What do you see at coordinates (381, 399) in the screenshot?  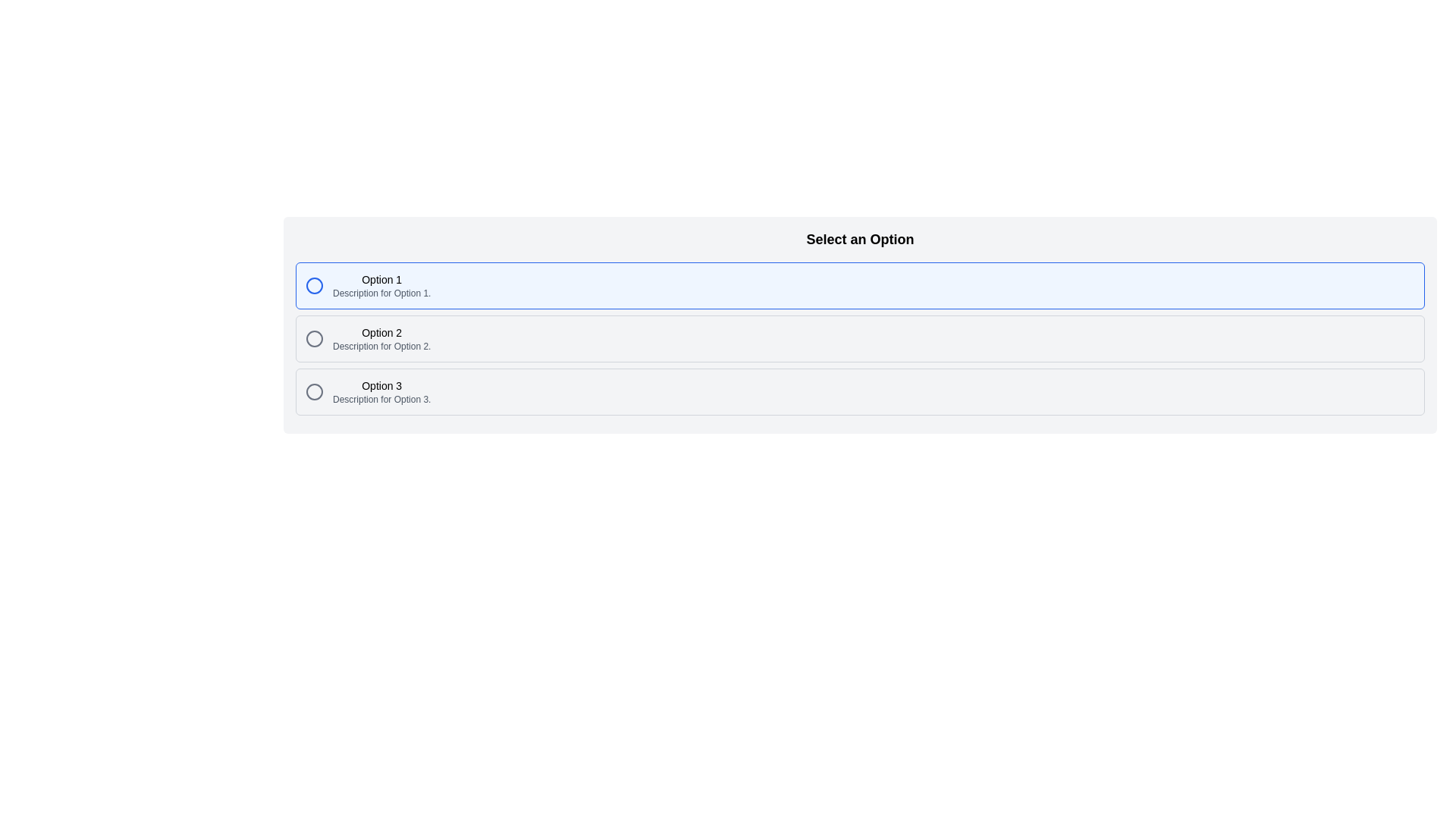 I see `the static text label reading 'Description for Option 3.' which is styled with gray color and small font size, located below the larger text label 'Option 3'` at bounding box center [381, 399].